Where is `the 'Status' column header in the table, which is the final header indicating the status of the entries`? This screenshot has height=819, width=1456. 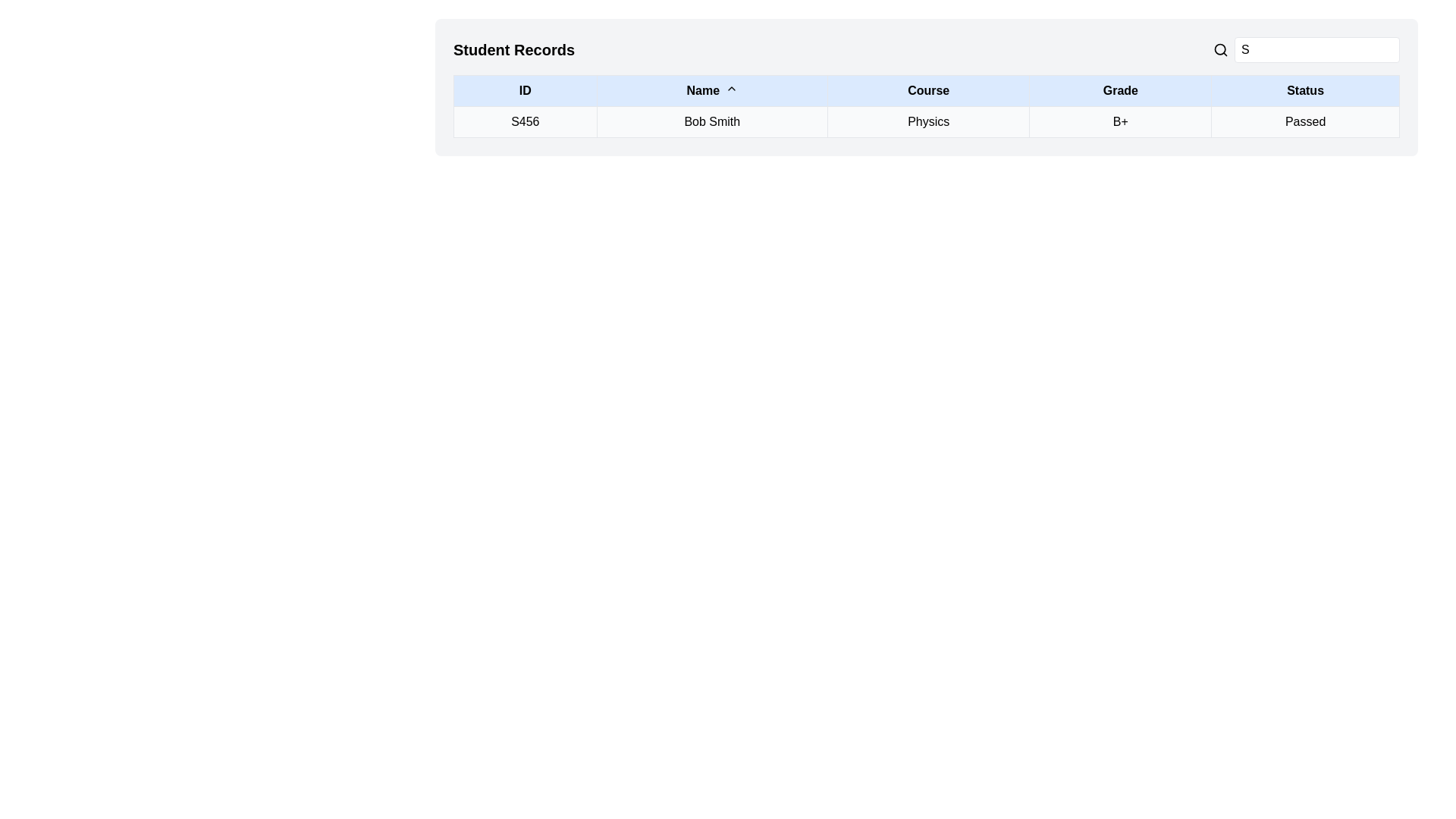 the 'Status' column header in the table, which is the final header indicating the status of the entries is located at coordinates (1304, 90).